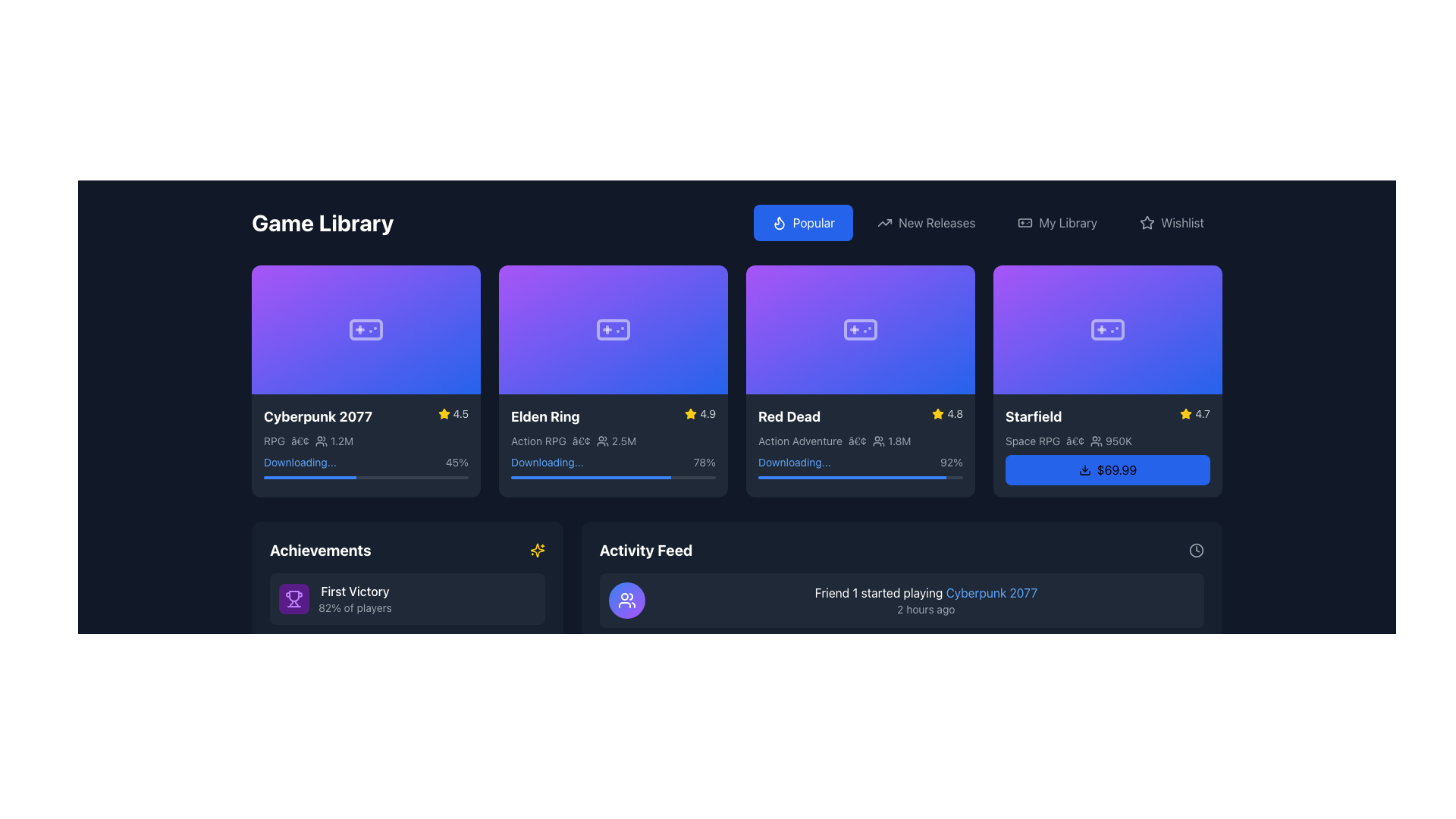 The width and height of the screenshot is (1456, 819). Describe the element at coordinates (1097, 441) in the screenshot. I see `the user metrics icon located to the left of the '950K' text in the 'Starfield' card within the 'Game Library' section` at that location.